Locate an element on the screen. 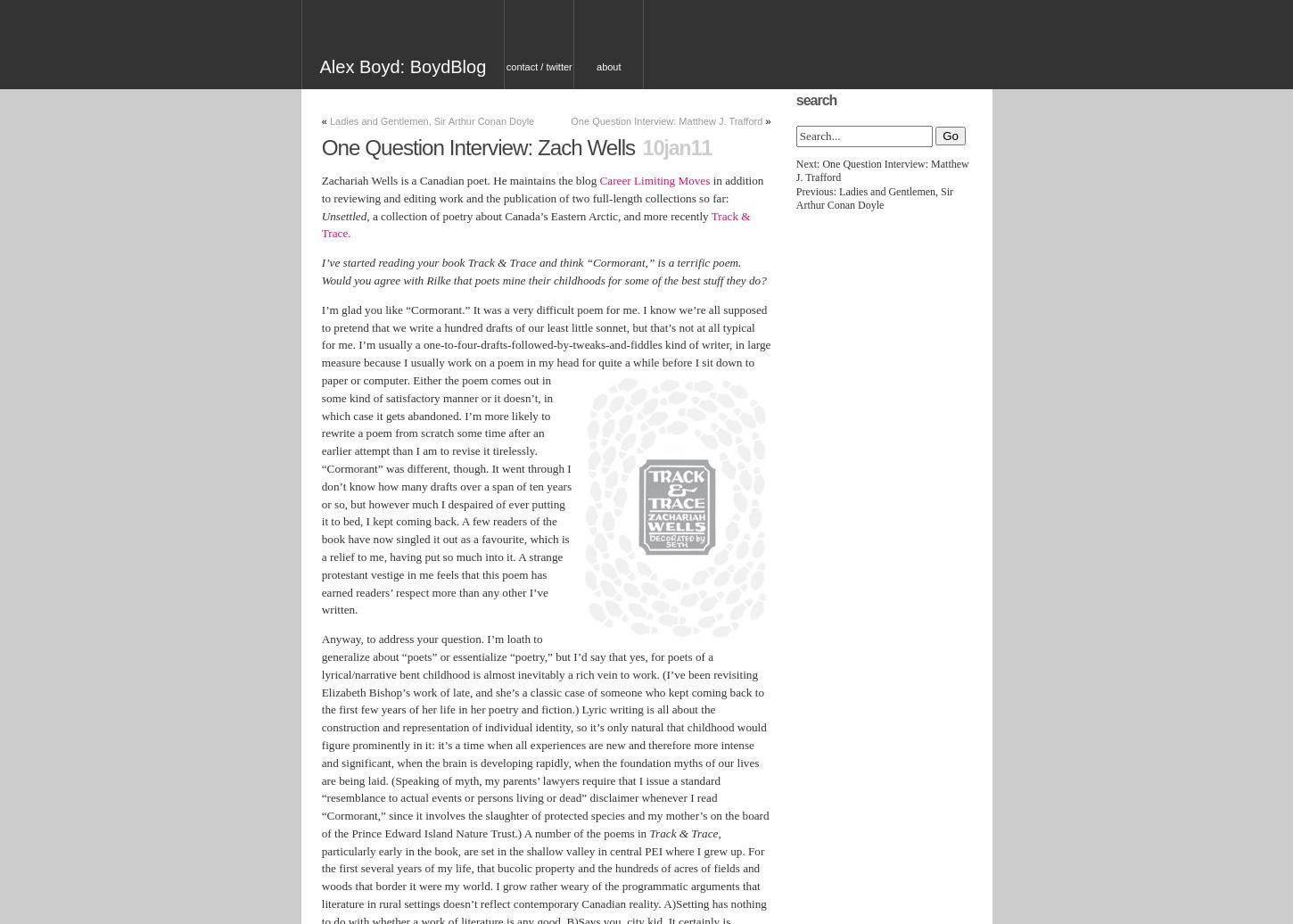 The image size is (1293, 924). ', a collection of poetry about Canada’s Eastern Arctic, and more recently' is located at coordinates (539, 215).